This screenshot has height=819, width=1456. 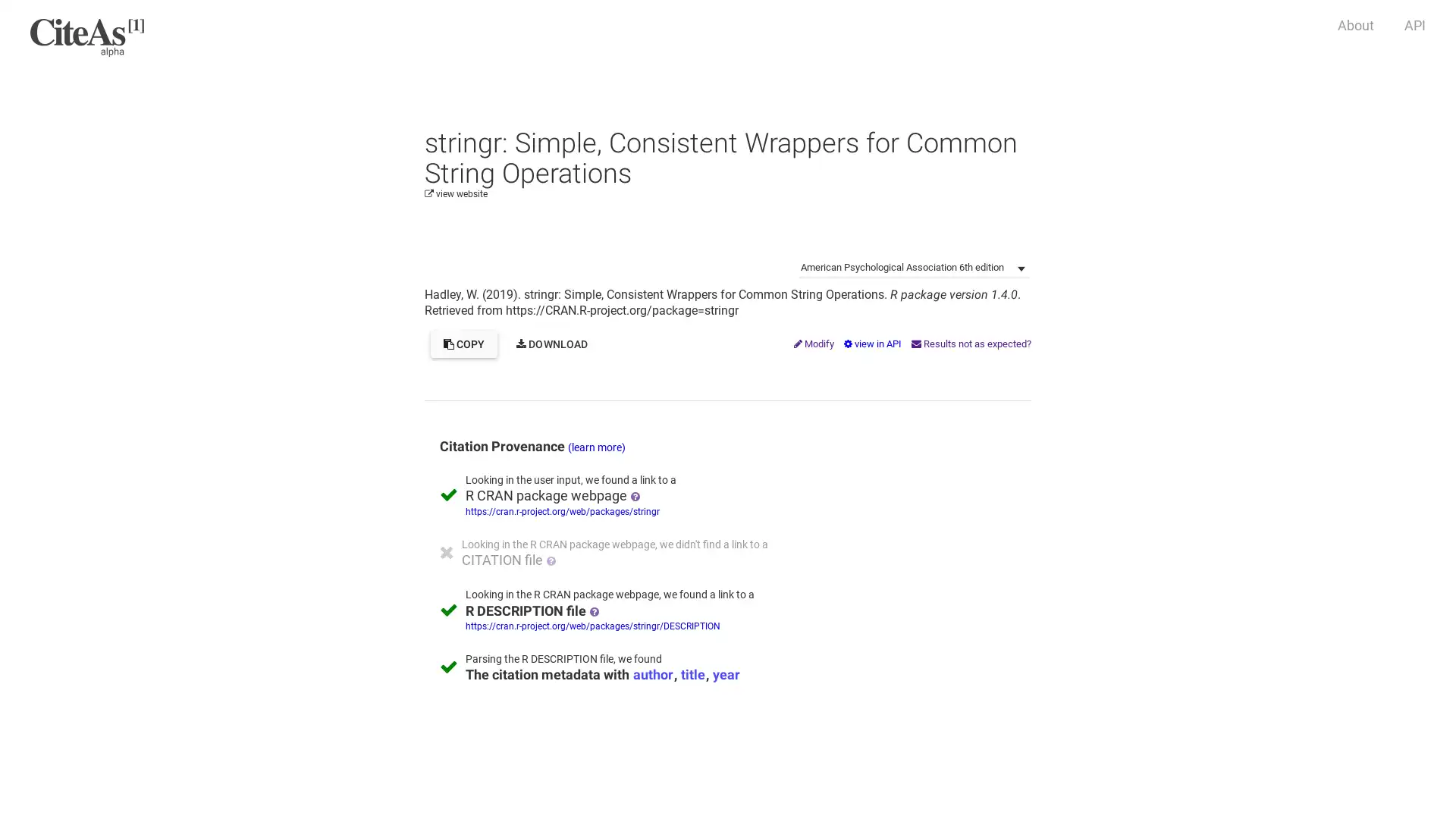 I want to click on Copy, so click(x=463, y=344).